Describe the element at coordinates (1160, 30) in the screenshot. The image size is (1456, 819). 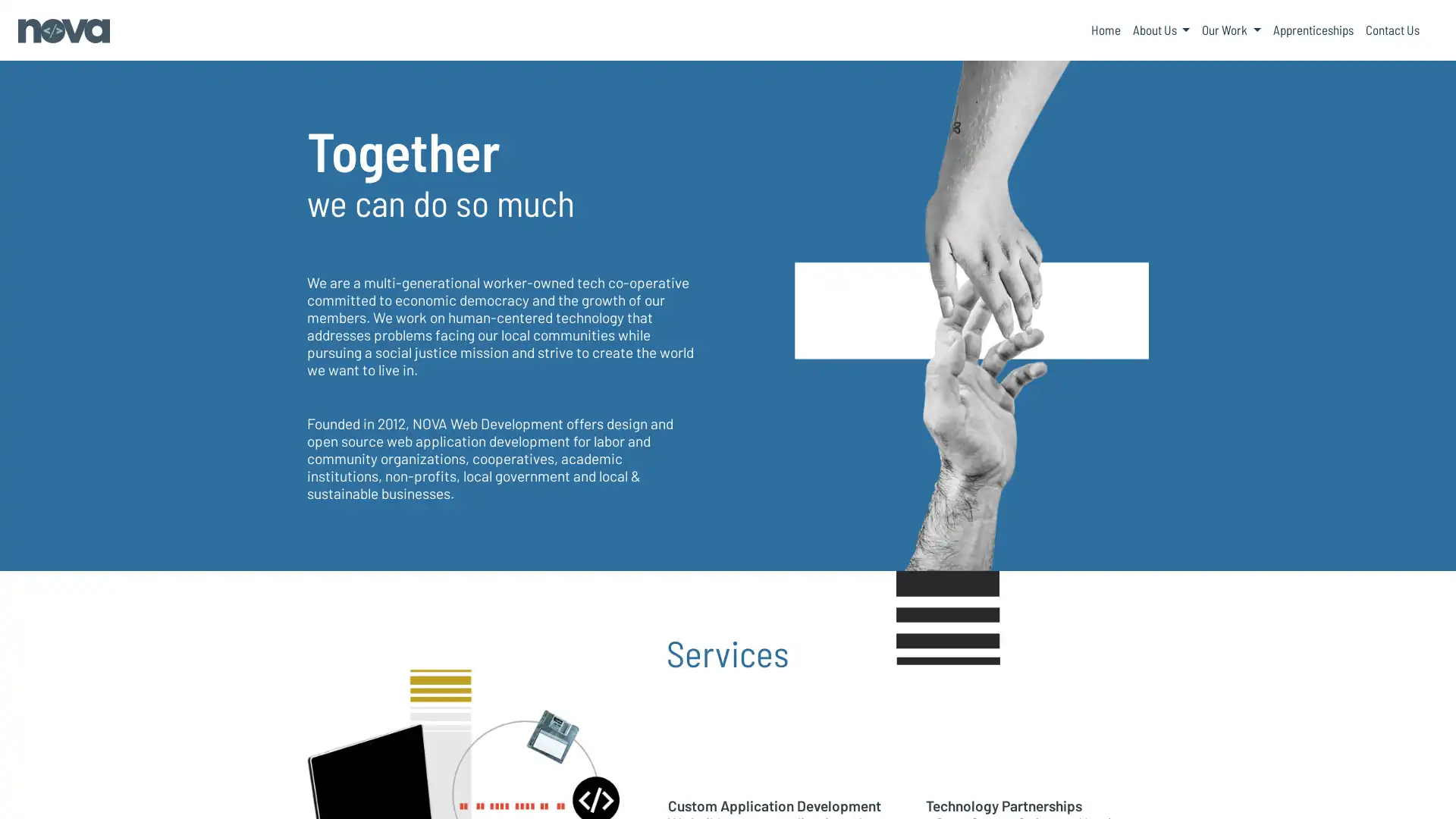
I see `About Us` at that location.